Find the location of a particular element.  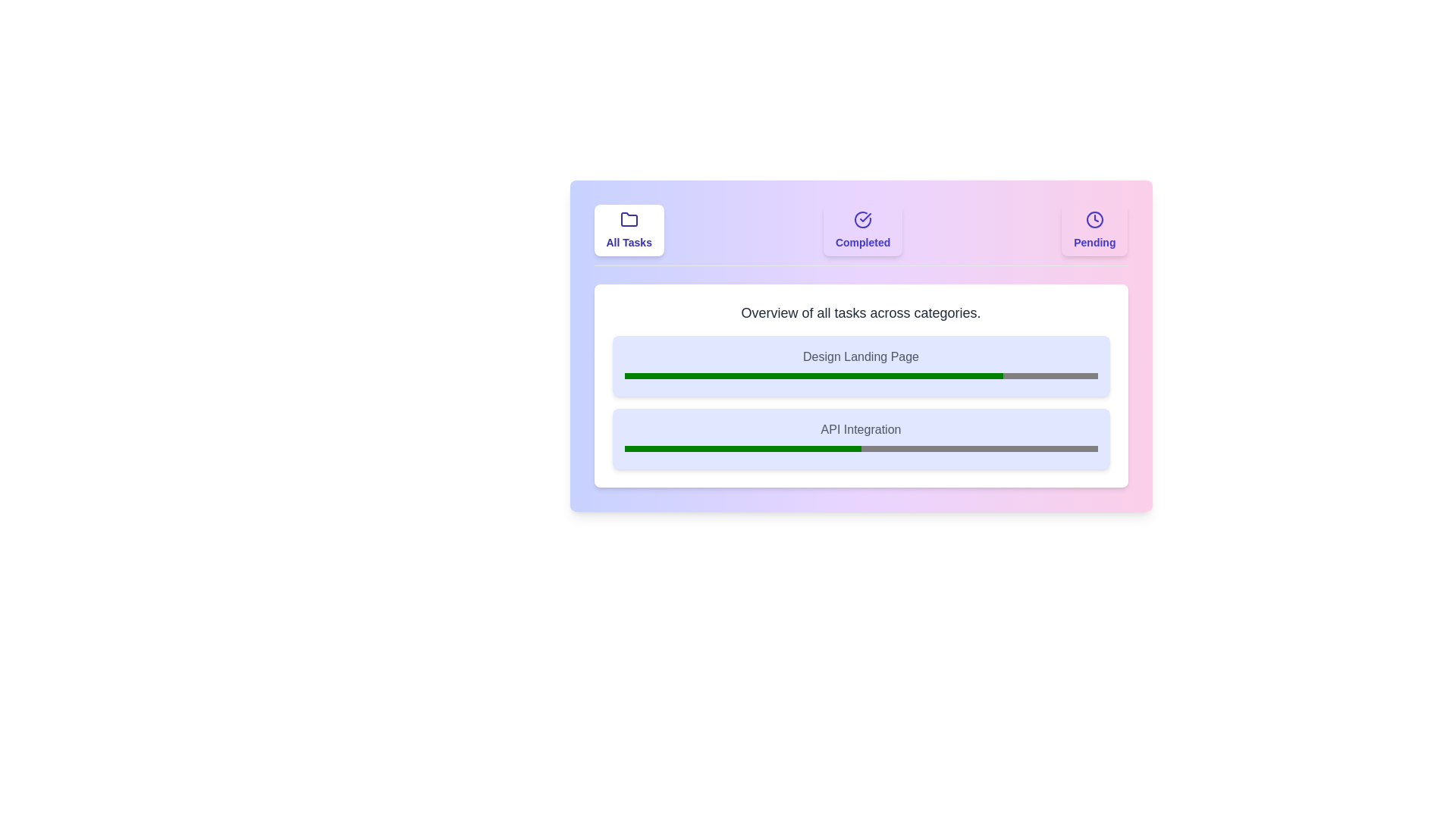

the static text label that states 'Overview of all tasks across categories', which is centered at the upper region of a white rounded box with shadow effects is located at coordinates (861, 312).